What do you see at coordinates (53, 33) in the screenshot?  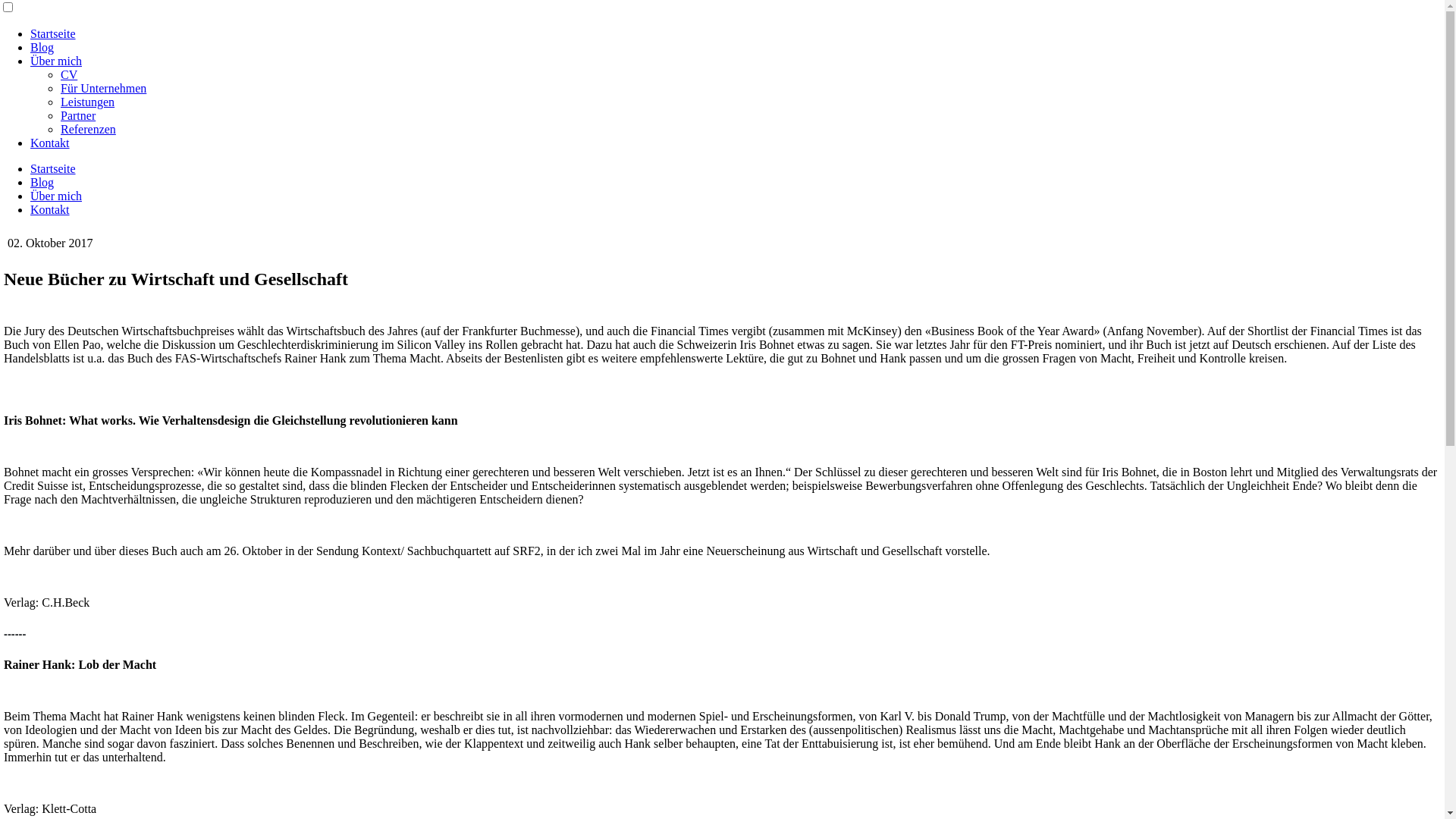 I see `'Startseite'` at bounding box center [53, 33].